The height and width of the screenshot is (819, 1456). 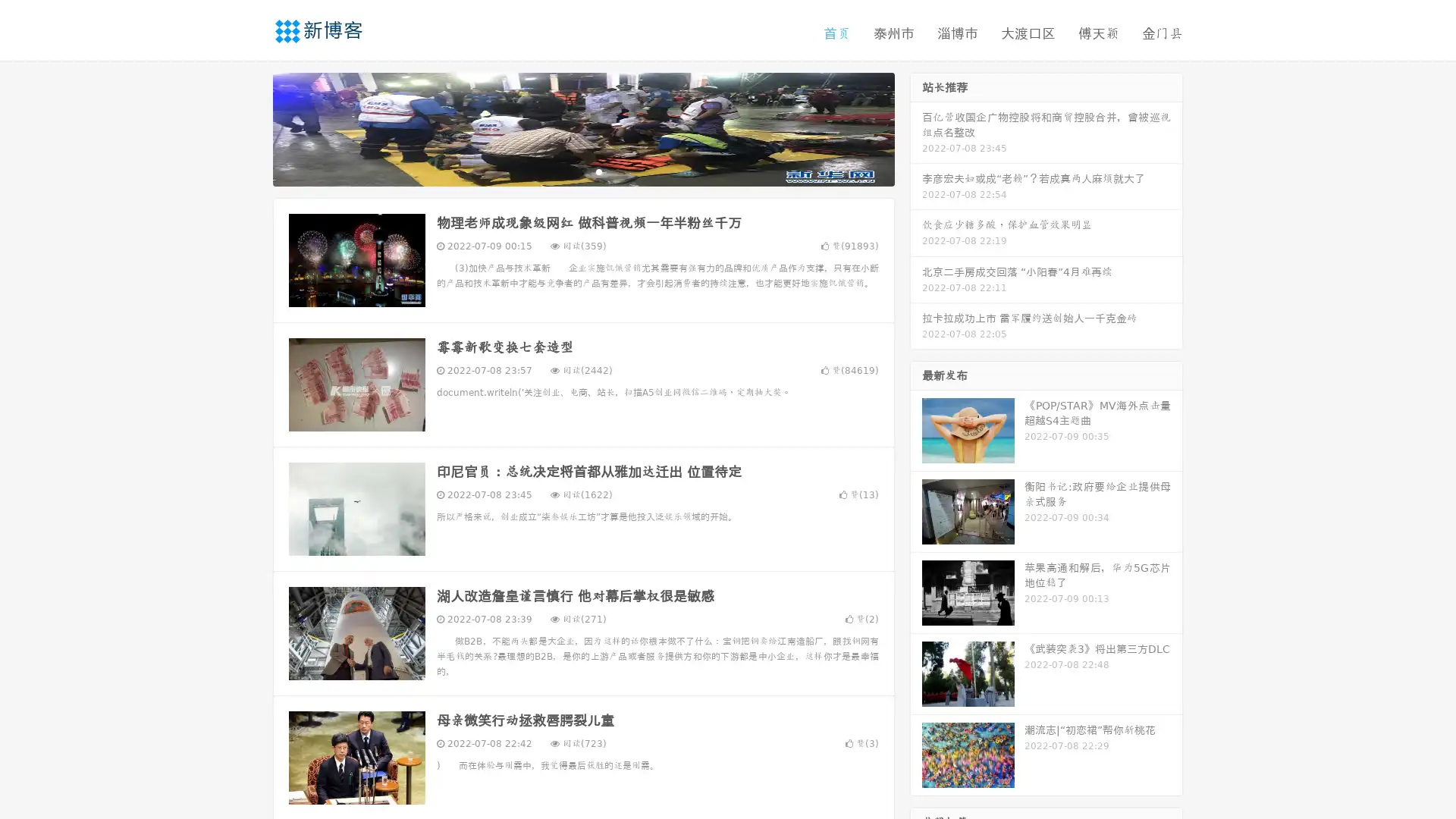 I want to click on Go to slide 1, so click(x=567, y=171).